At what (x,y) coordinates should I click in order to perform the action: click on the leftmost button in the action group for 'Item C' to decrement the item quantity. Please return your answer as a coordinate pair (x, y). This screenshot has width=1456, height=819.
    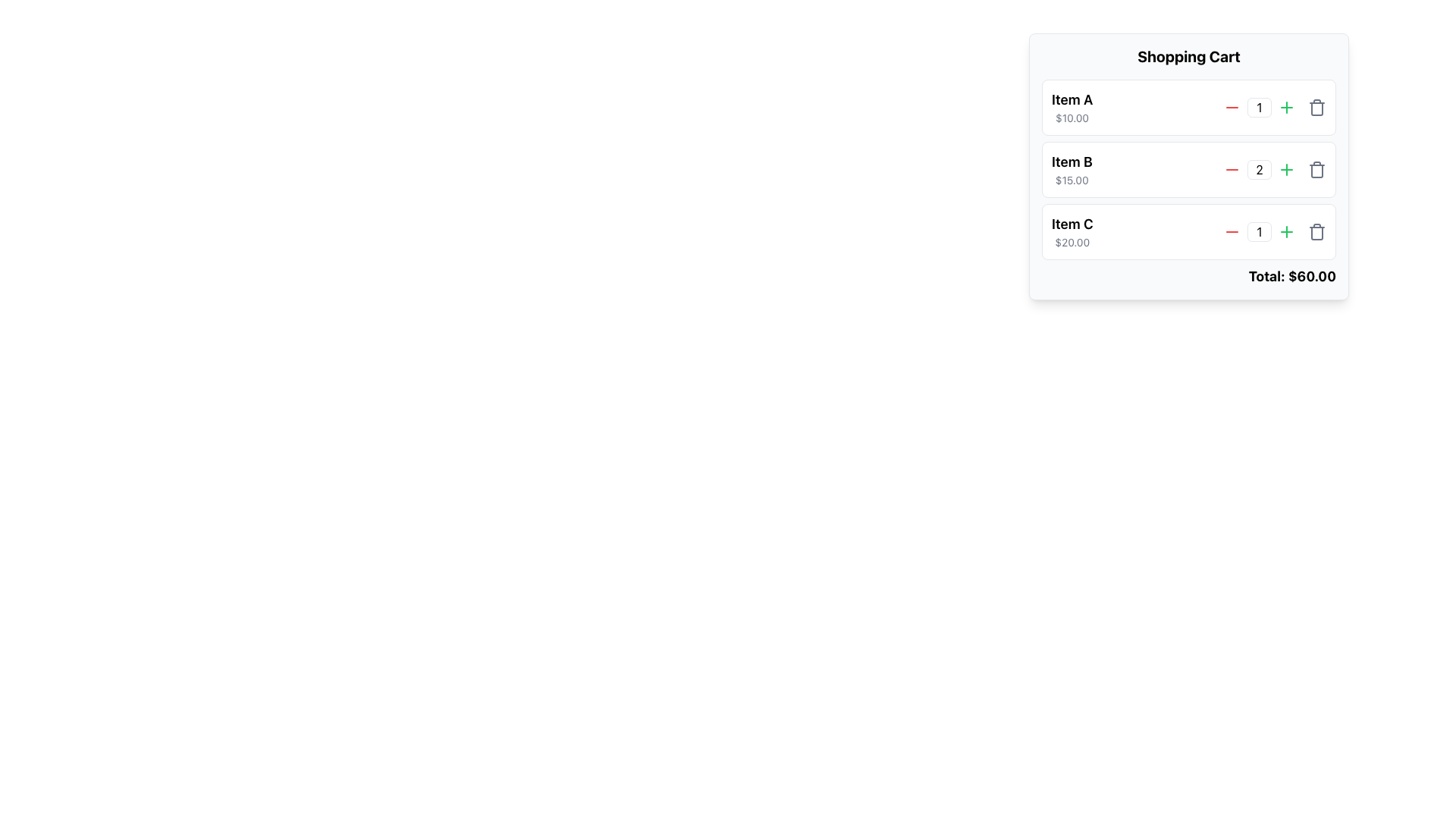
    Looking at the image, I should click on (1232, 231).